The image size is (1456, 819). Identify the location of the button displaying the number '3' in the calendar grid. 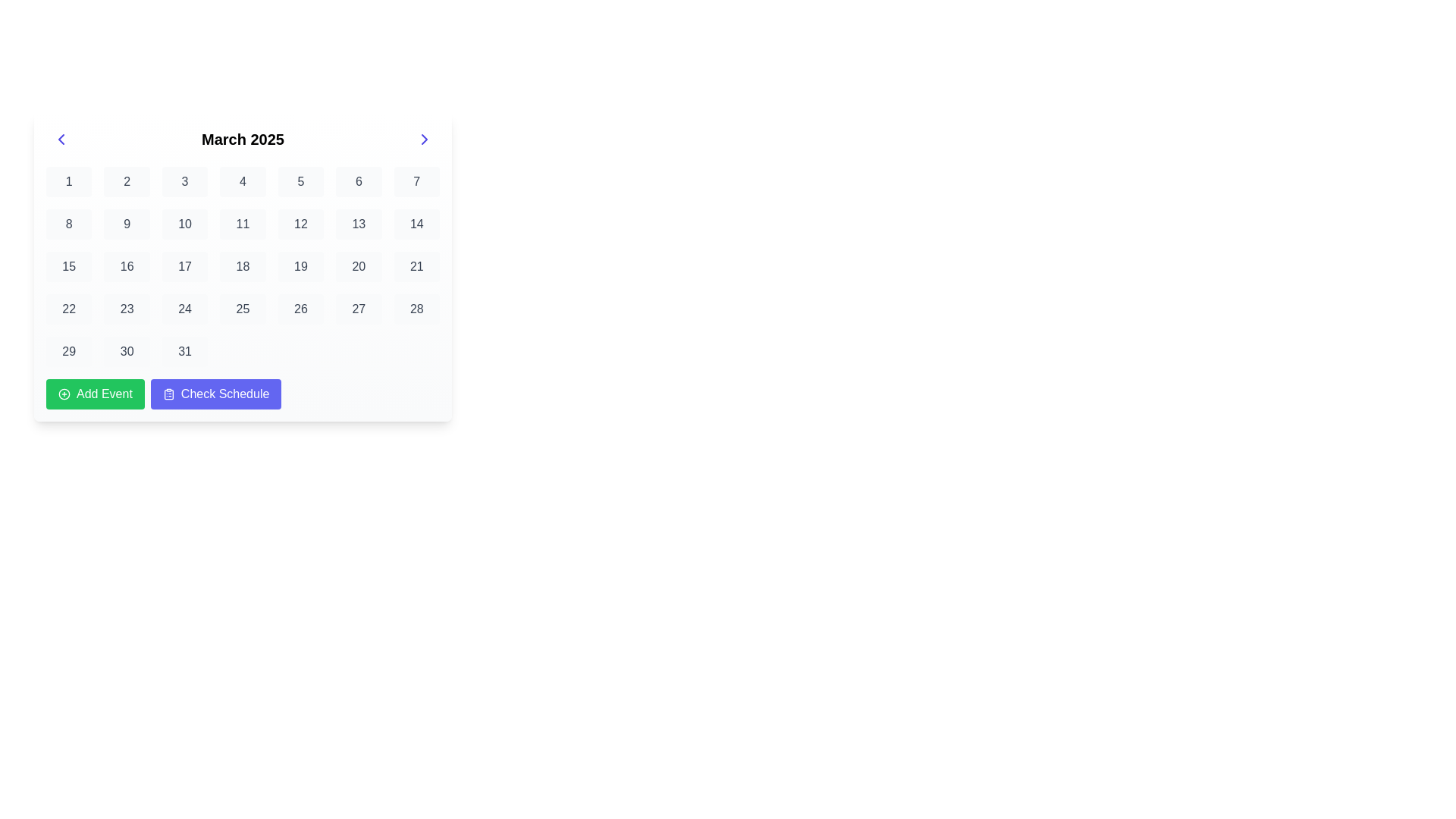
(184, 180).